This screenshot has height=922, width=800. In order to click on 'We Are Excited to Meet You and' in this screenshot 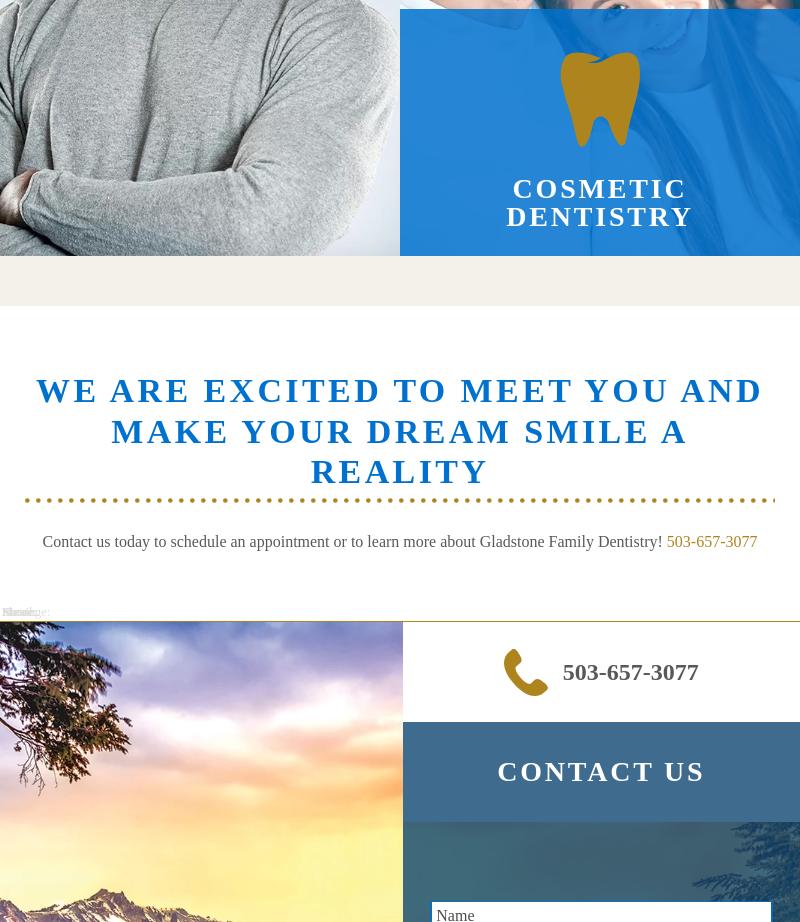, I will do `click(400, 388)`.